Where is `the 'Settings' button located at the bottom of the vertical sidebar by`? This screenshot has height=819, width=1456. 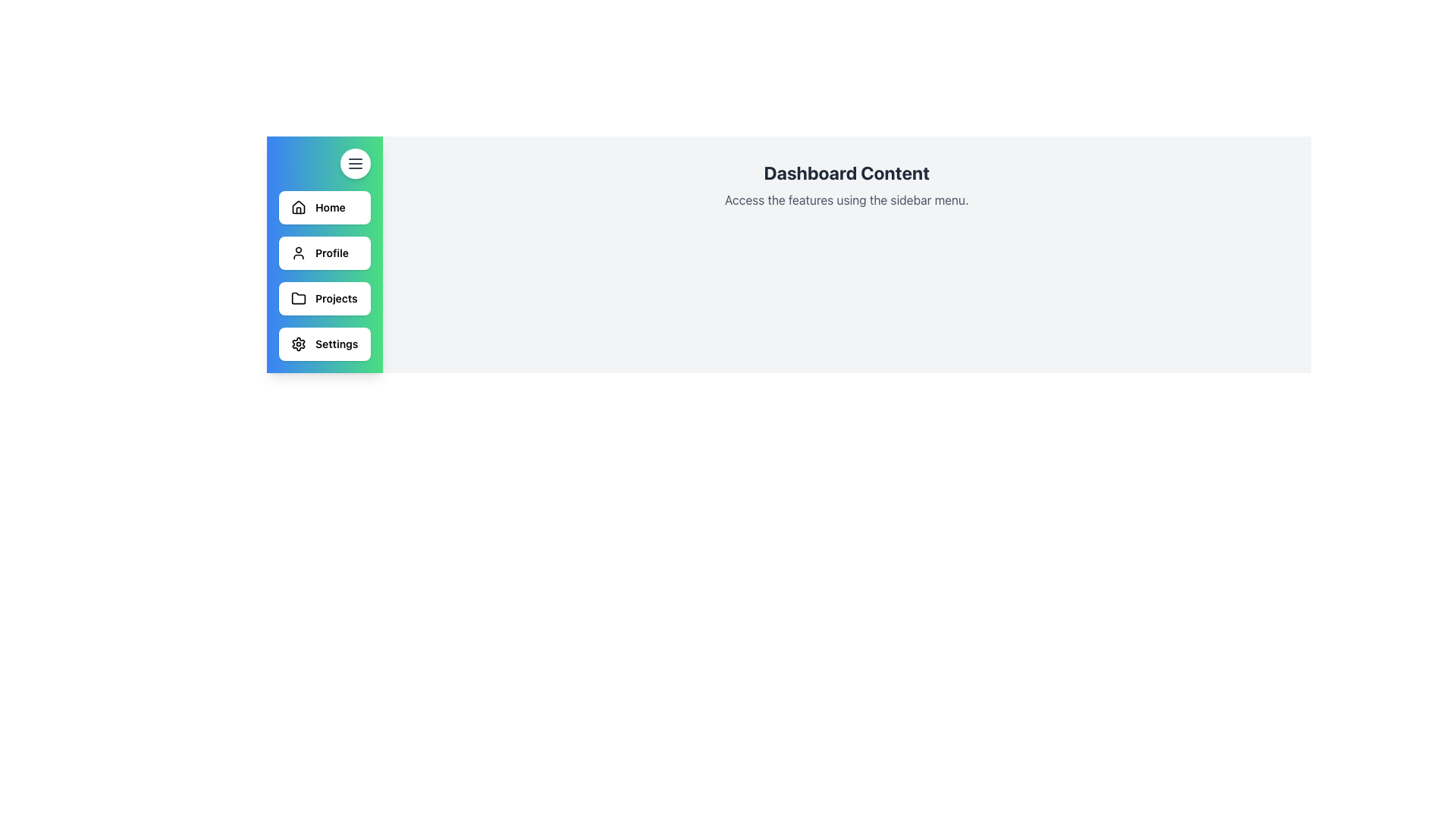
the 'Settings' button located at the bottom of the vertical sidebar by is located at coordinates (324, 344).